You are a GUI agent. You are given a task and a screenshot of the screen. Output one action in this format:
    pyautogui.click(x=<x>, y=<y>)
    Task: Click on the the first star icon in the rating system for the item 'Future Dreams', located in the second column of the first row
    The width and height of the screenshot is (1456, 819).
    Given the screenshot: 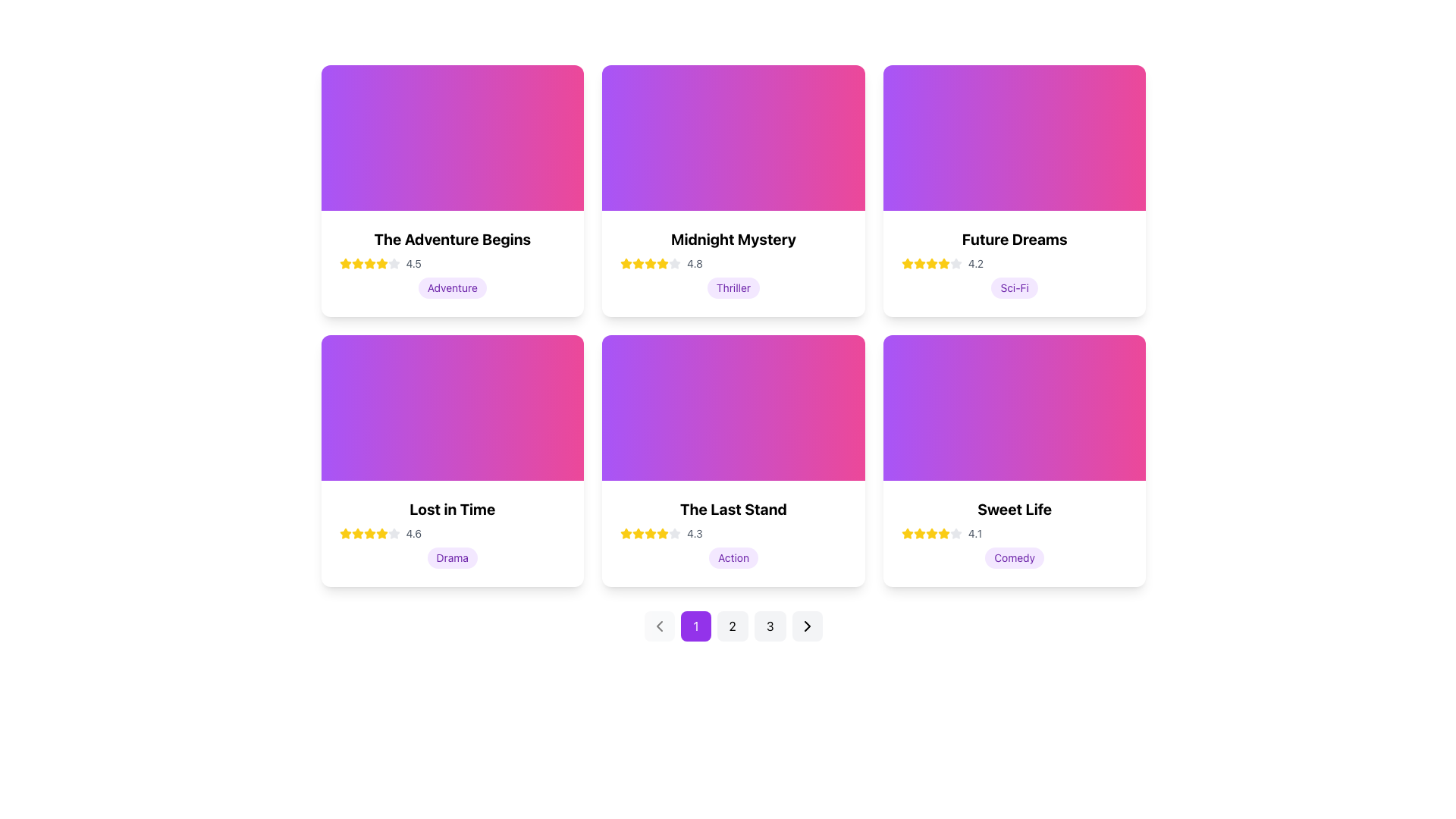 What is the action you would take?
    pyautogui.click(x=907, y=262)
    